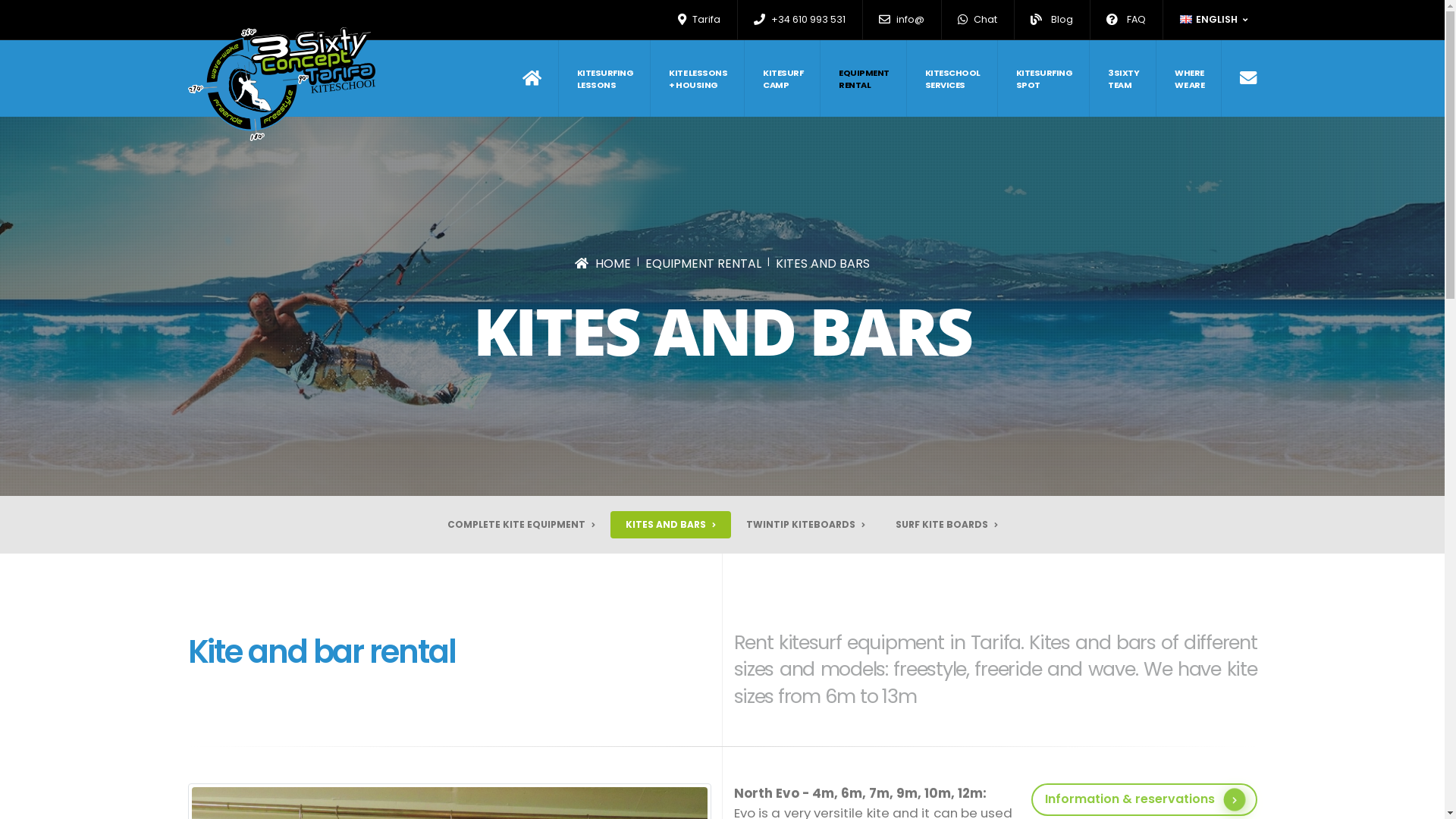 The image size is (1456, 819). What do you see at coordinates (698, 78) in the screenshot?
I see `'KITE LESSONS + HOUSING'` at bounding box center [698, 78].